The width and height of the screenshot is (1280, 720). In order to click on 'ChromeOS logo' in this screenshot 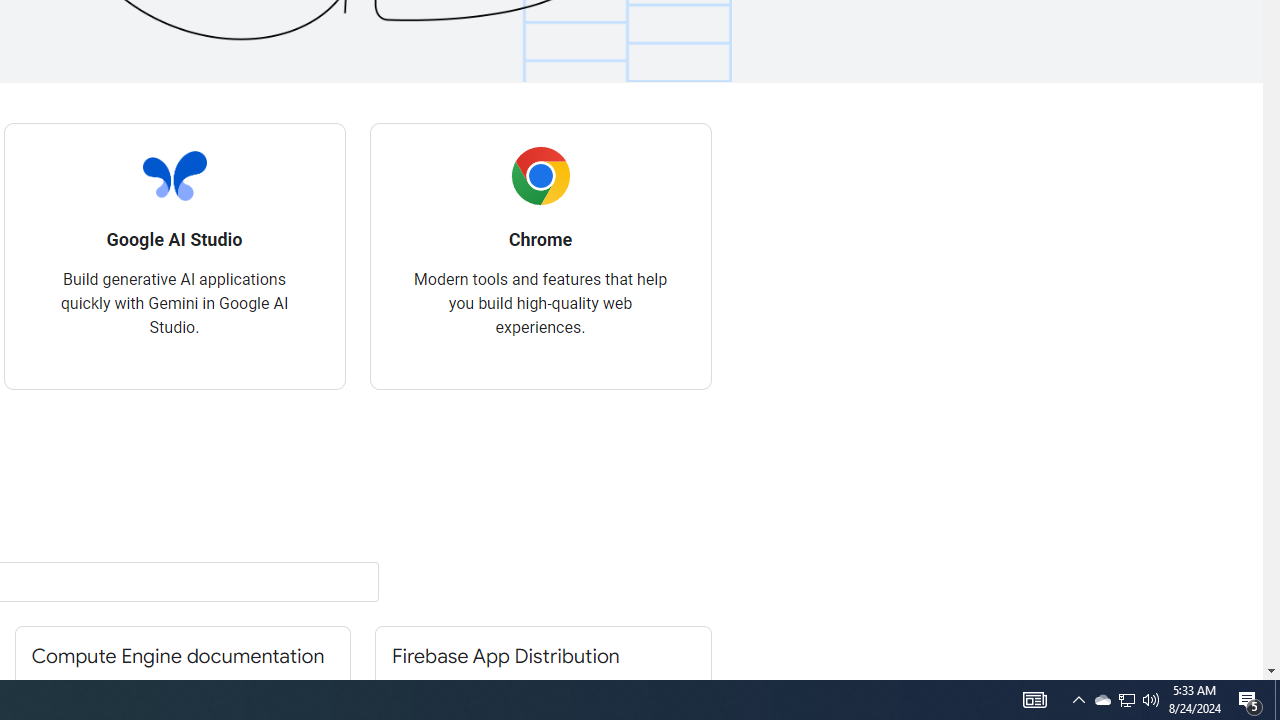, I will do `click(540, 175)`.